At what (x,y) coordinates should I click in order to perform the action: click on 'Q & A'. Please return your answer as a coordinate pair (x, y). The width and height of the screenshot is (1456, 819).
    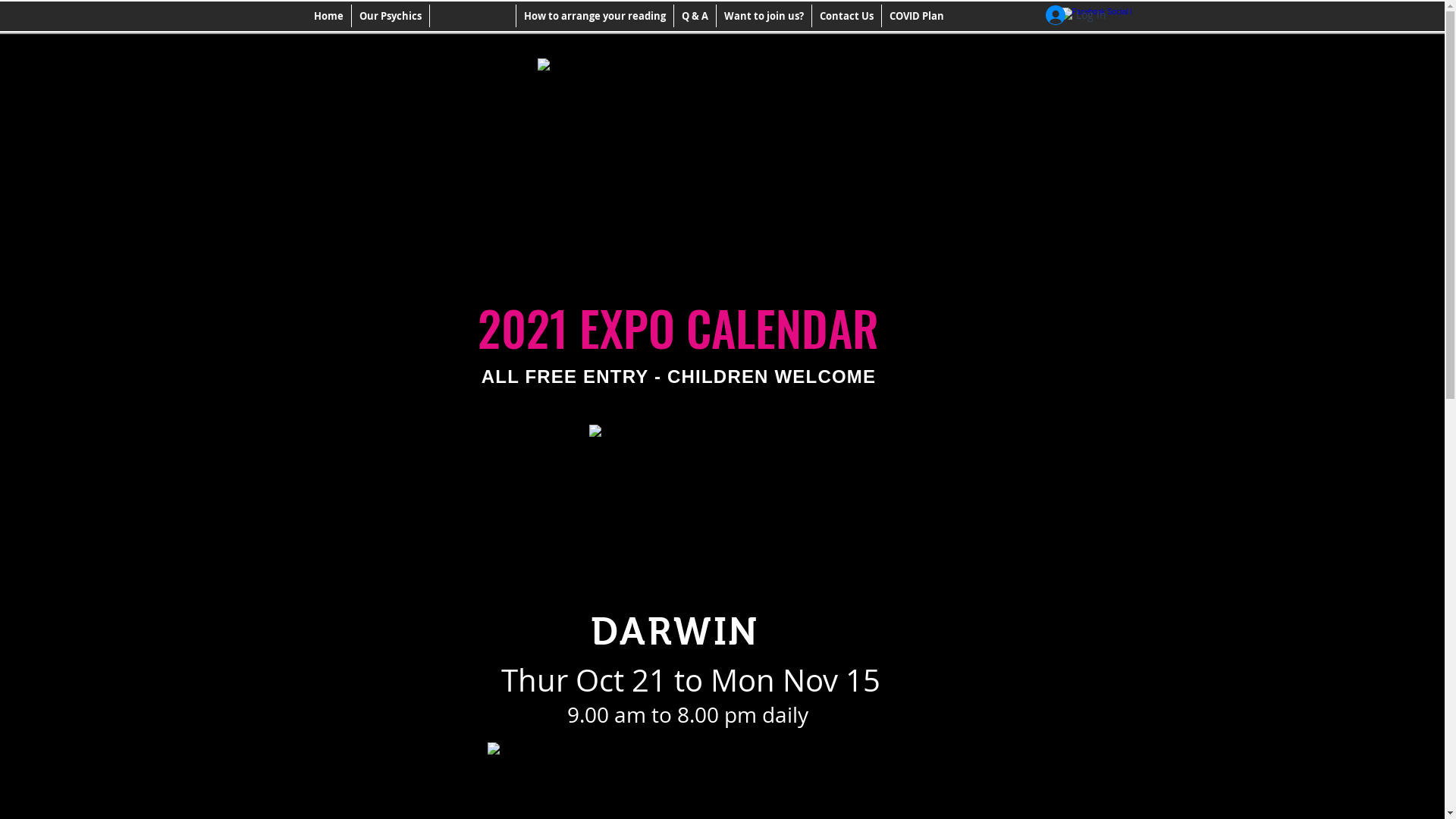
    Looking at the image, I should click on (694, 15).